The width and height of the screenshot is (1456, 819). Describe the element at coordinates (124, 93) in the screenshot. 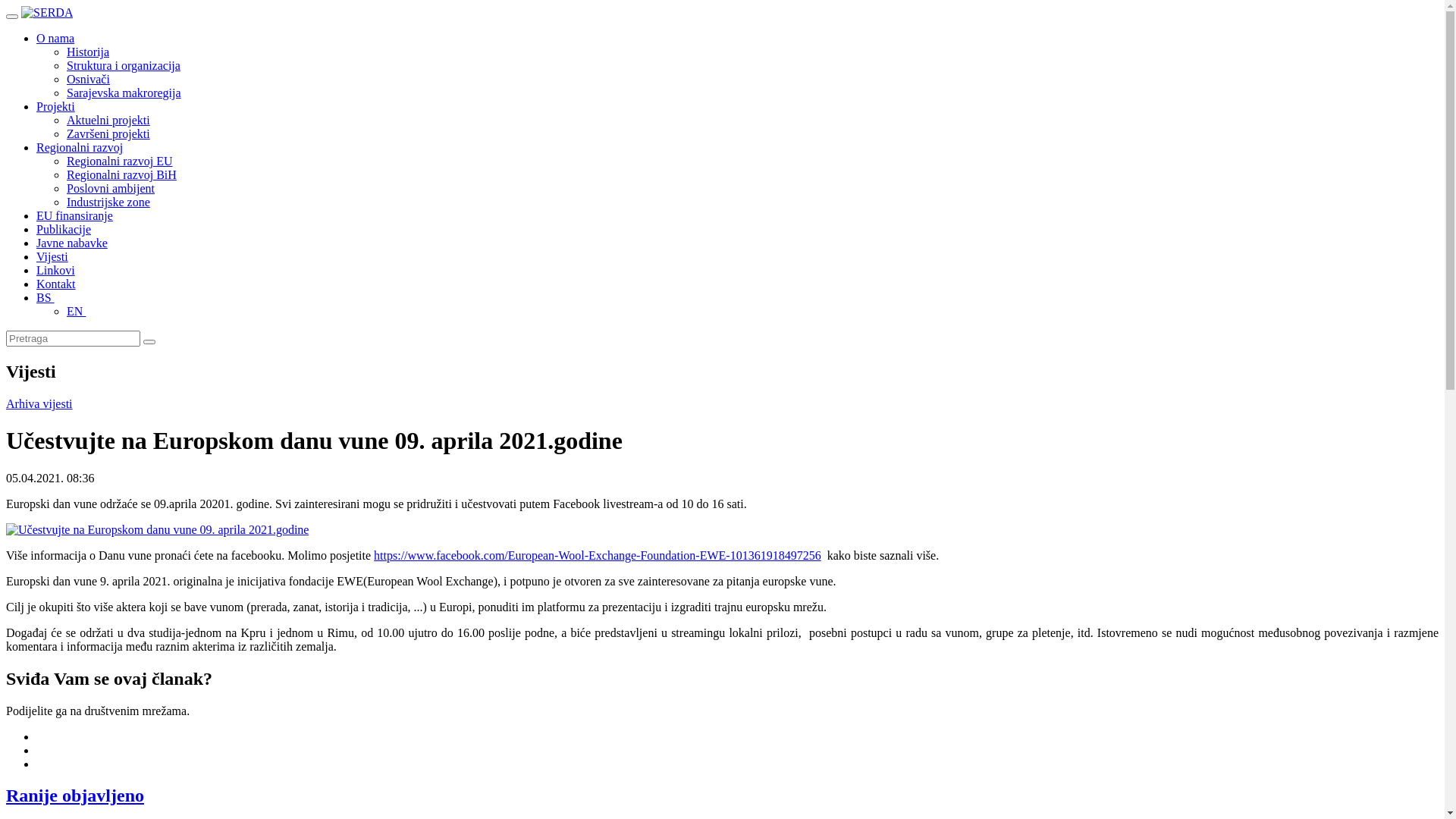

I see `'Sarajevska makroregija'` at that location.